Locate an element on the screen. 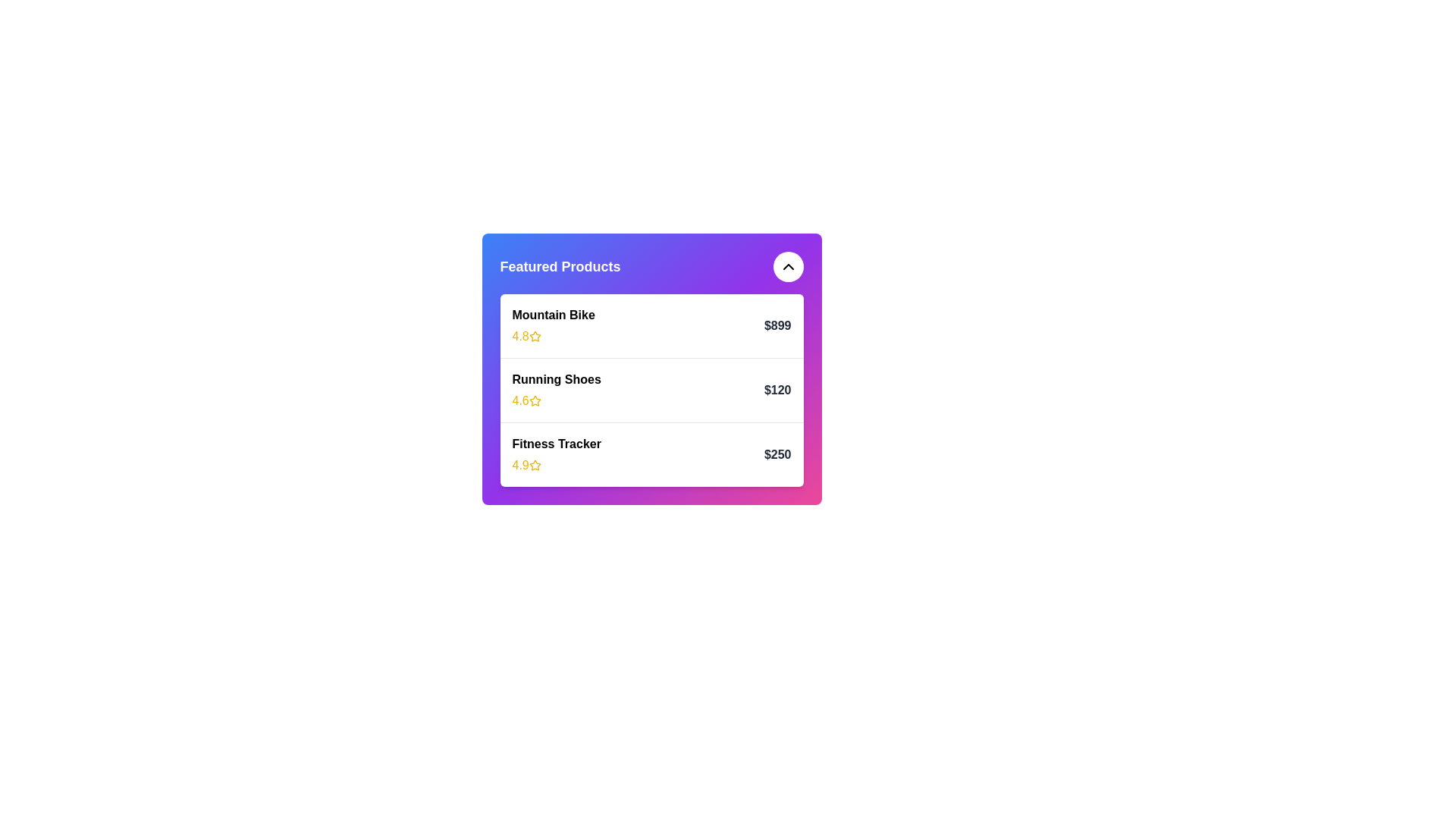  the second star icon representing the rating for the 'Running Shoes' product, which is located to the right of the rating text '4.6' is located at coordinates (535, 400).